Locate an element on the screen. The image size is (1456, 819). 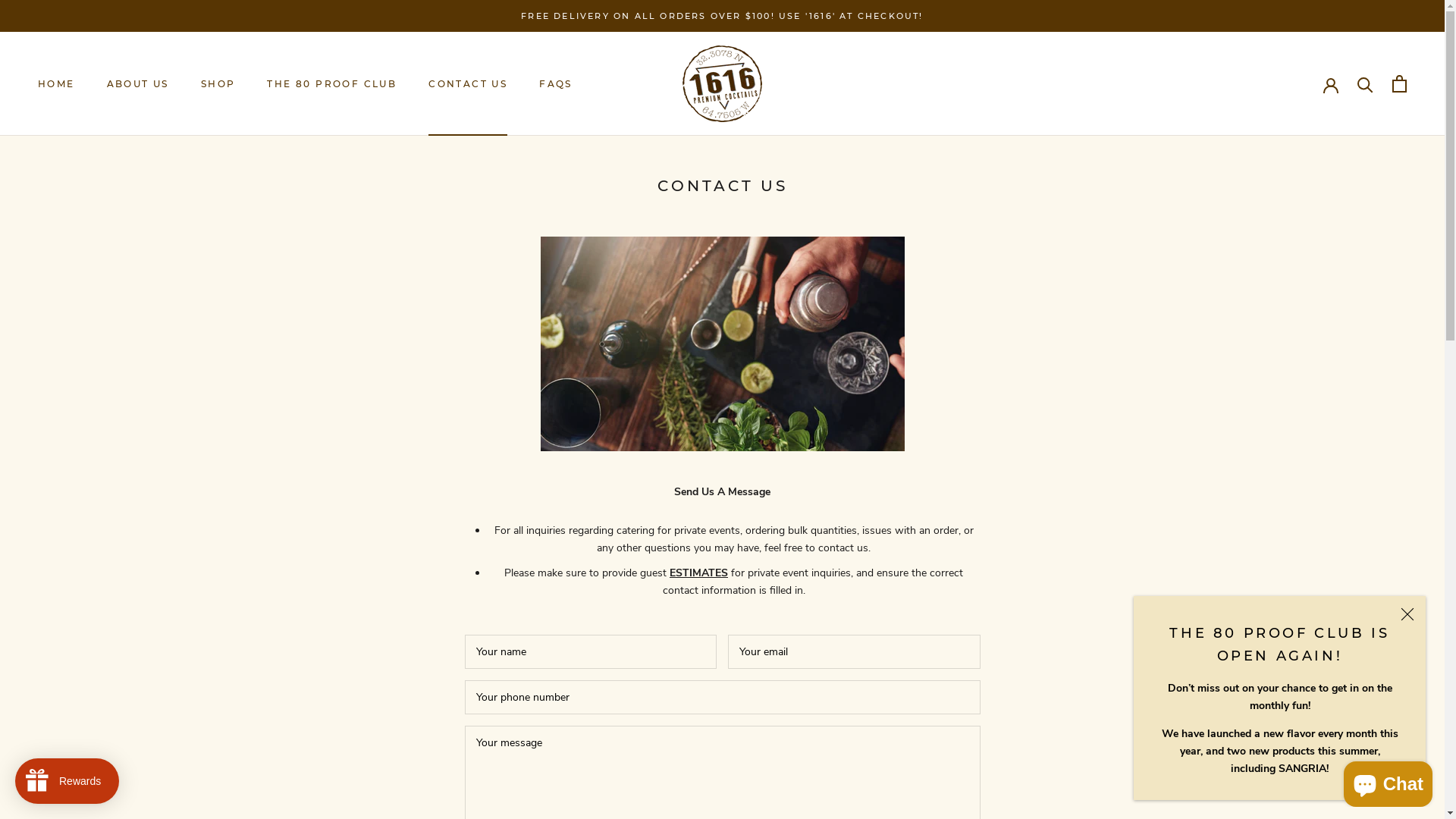
'FAQS is located at coordinates (555, 83).